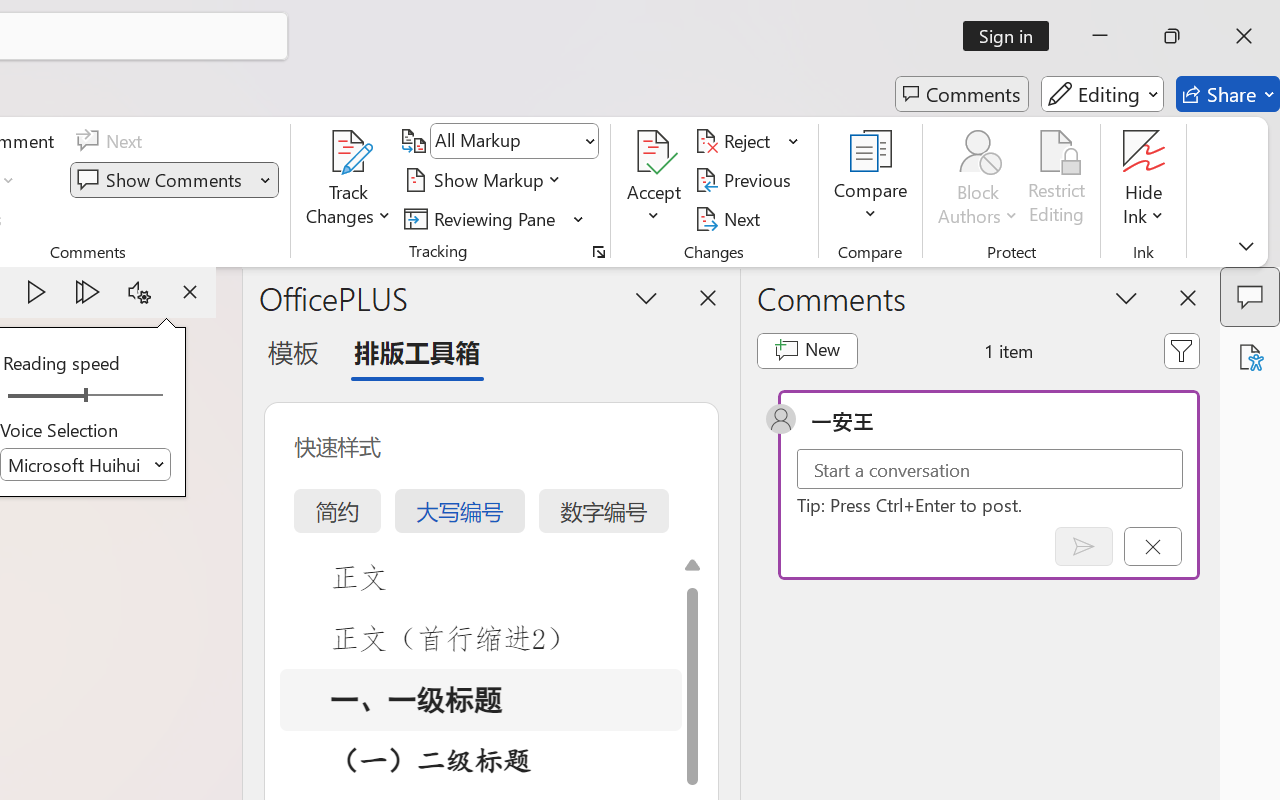  I want to click on 'Cancel', so click(1152, 546).